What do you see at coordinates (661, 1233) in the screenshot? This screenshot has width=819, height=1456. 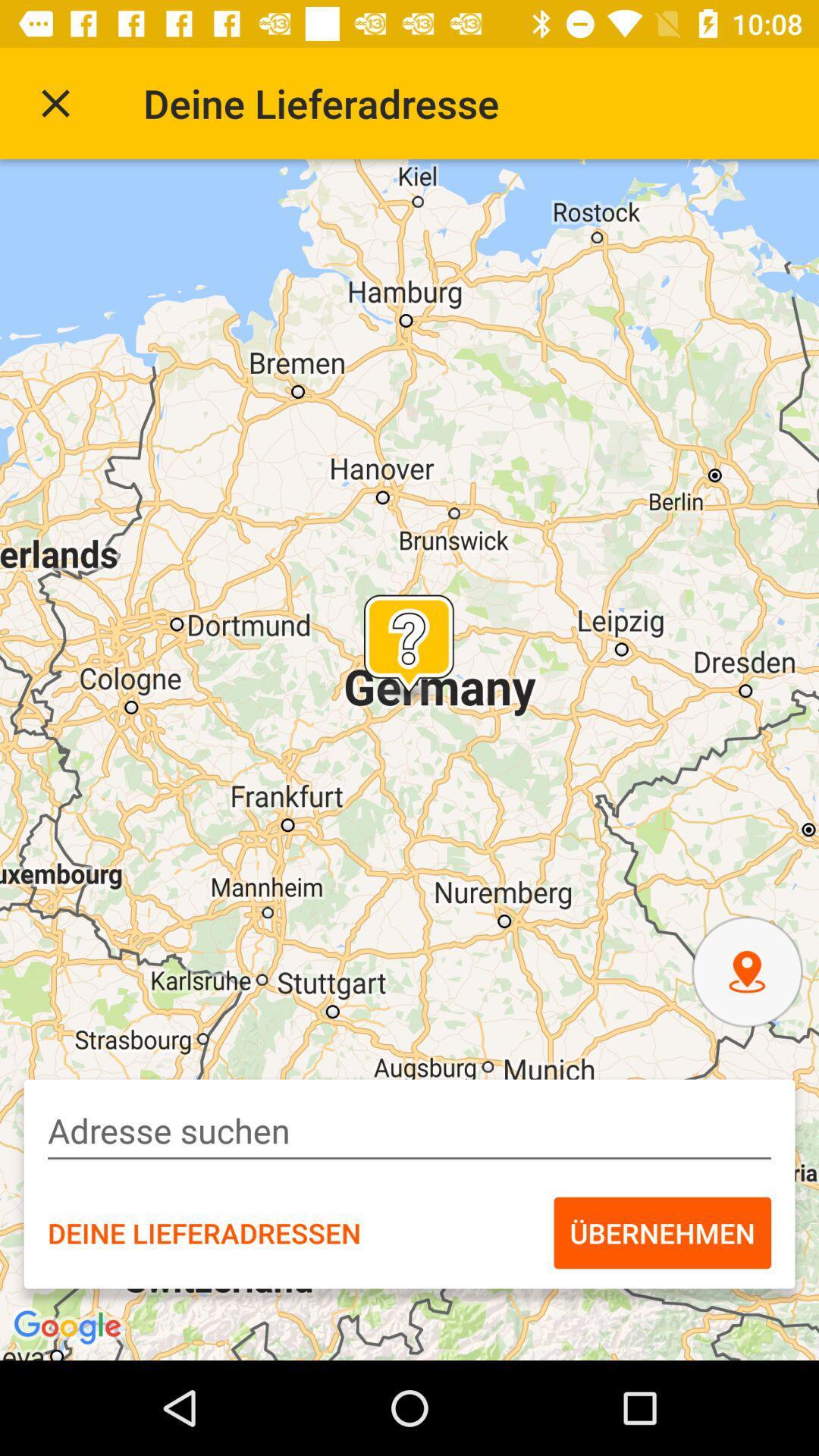 I see `the icon next to deine lieferadressen item` at bounding box center [661, 1233].